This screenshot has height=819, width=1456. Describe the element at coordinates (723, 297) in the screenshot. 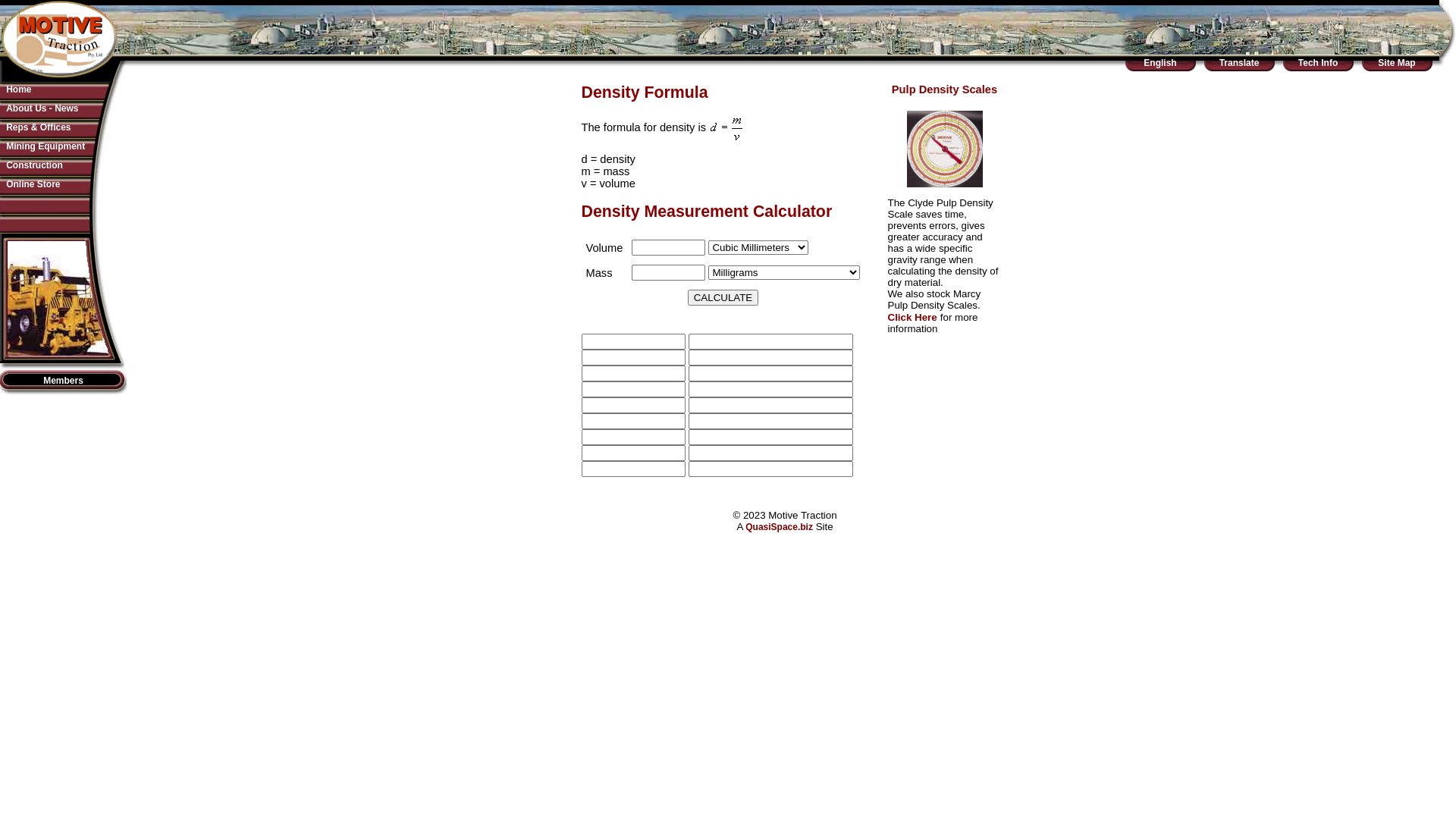

I see `'CALCULATE'` at that location.